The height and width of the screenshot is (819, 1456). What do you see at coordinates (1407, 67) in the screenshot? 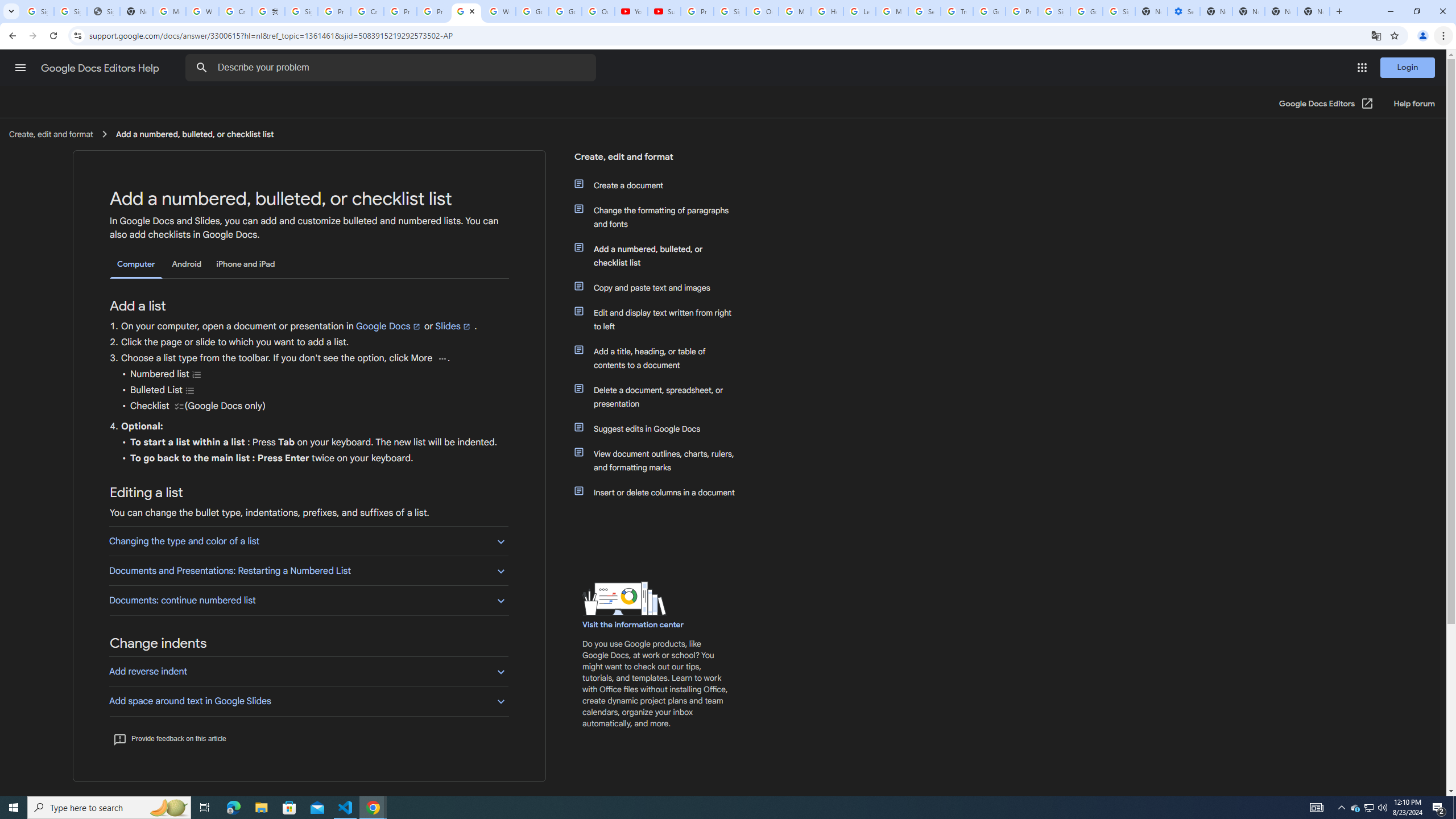
I see `'Login'` at bounding box center [1407, 67].